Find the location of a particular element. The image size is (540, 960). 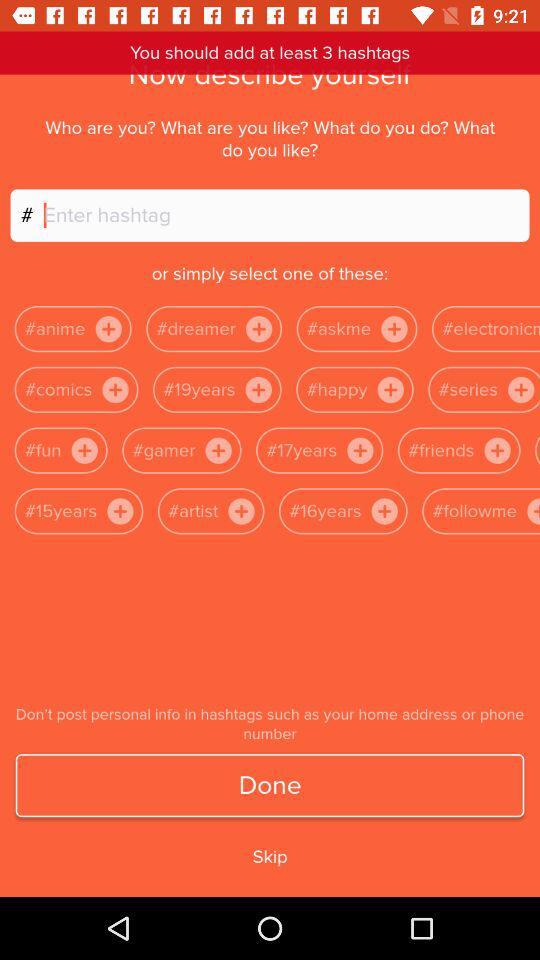

add button in fun box is located at coordinates (83, 451).